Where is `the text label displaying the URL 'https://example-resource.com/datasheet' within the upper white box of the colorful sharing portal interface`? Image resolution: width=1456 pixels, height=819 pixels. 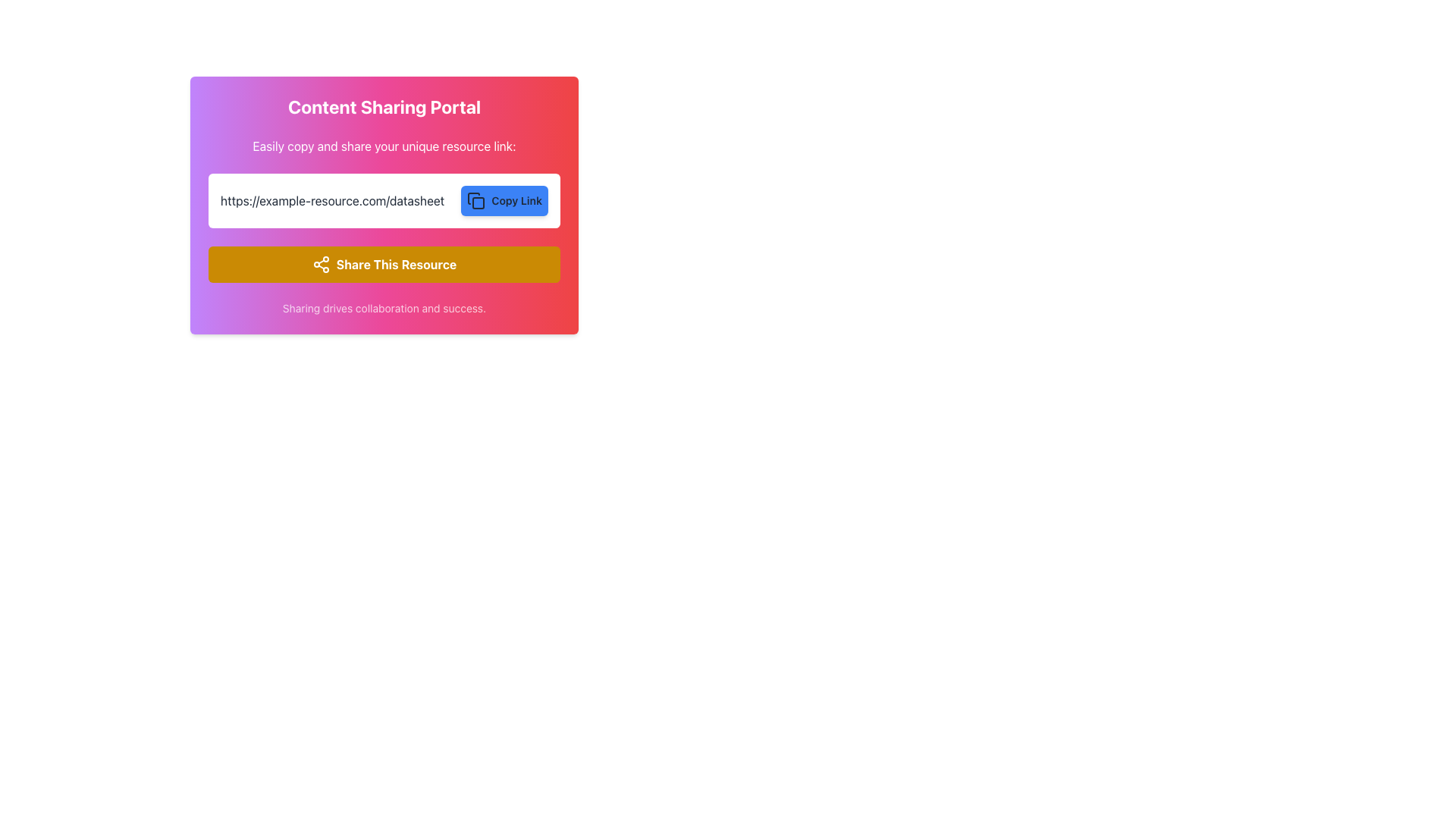
the text label displaying the URL 'https://example-resource.com/datasheet' within the upper white box of the colorful sharing portal interface is located at coordinates (331, 200).